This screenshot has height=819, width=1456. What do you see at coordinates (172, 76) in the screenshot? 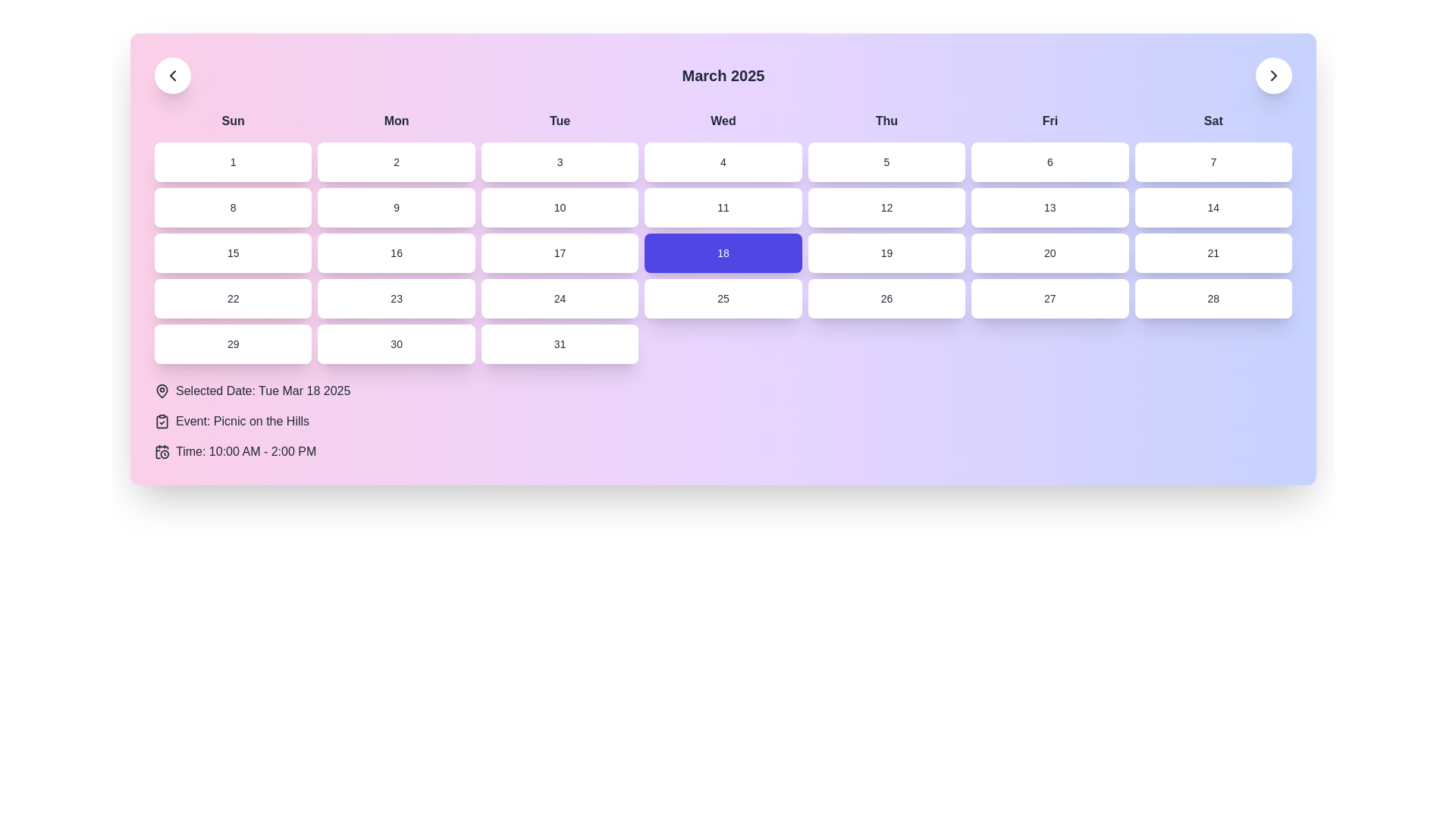
I see `the chevron-left directional marker icon, which serves as the 'previous' button for navigating to the previous time period in the calendar view` at bounding box center [172, 76].